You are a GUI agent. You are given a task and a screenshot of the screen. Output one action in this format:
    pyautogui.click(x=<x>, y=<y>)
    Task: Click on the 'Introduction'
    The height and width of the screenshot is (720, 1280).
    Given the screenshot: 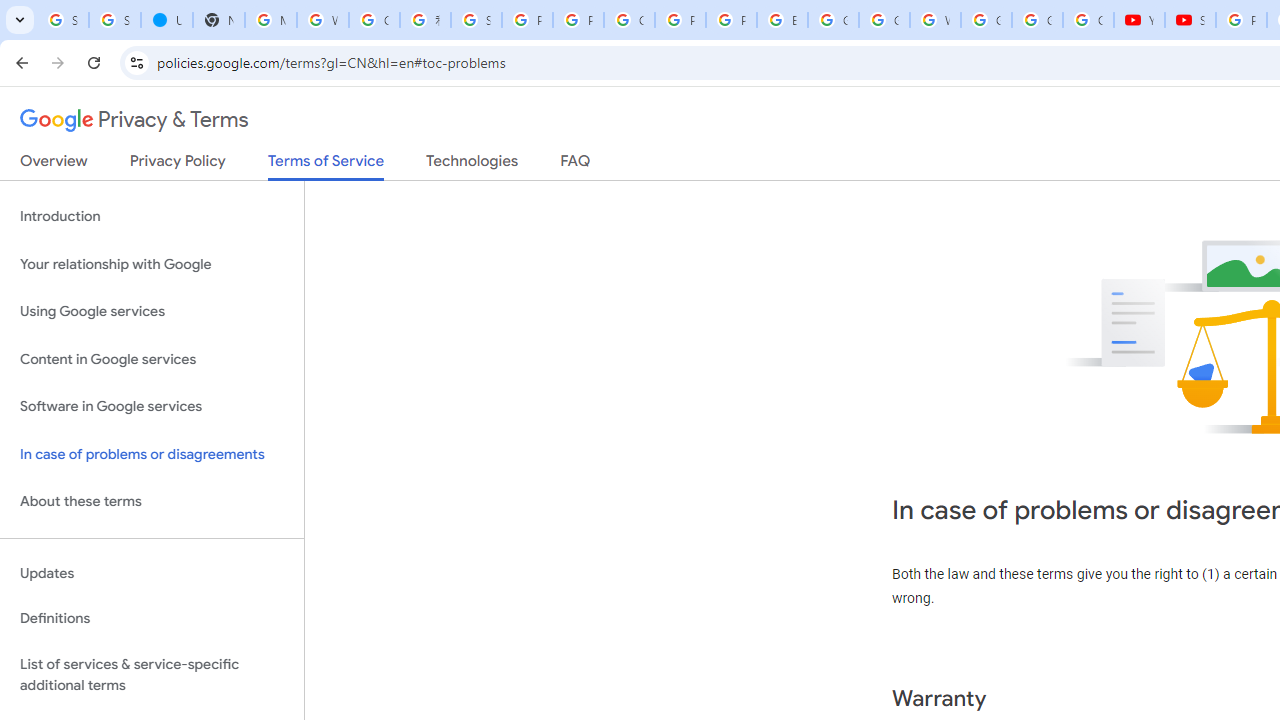 What is the action you would take?
    pyautogui.click(x=151, y=217)
    